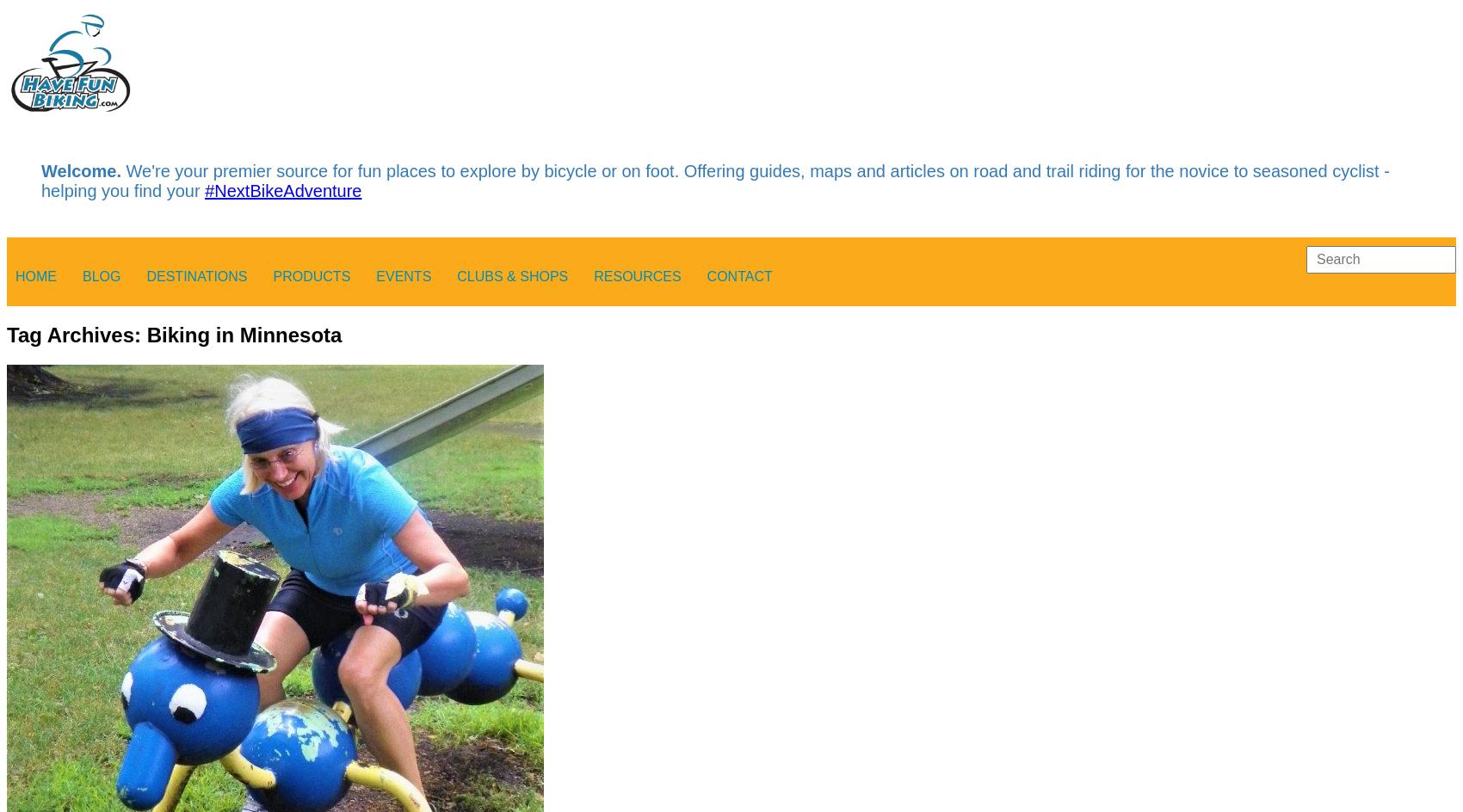  What do you see at coordinates (310, 275) in the screenshot?
I see `'Products'` at bounding box center [310, 275].